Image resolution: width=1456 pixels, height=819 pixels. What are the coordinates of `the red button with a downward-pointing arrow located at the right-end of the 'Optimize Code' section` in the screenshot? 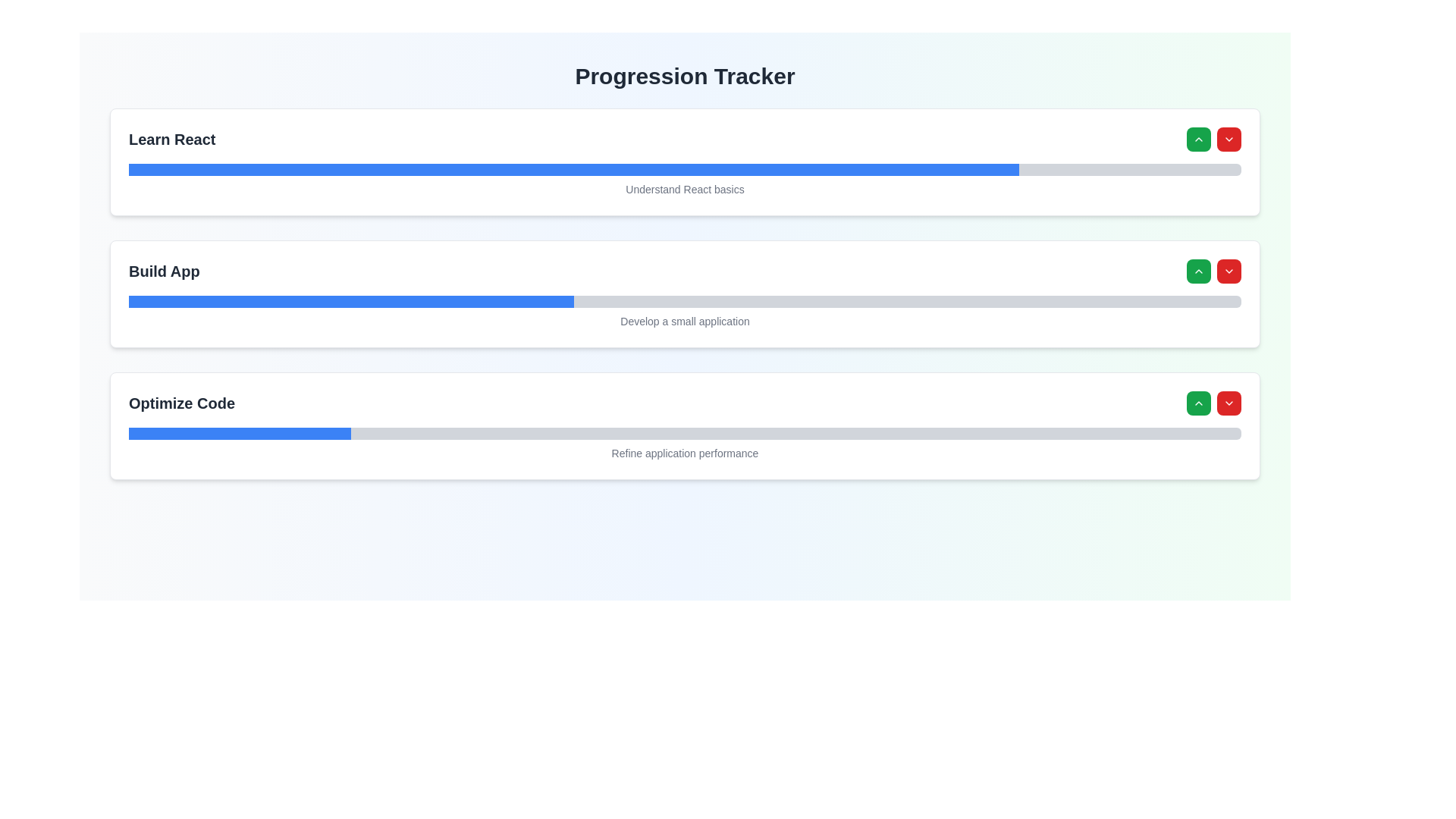 It's located at (1214, 403).